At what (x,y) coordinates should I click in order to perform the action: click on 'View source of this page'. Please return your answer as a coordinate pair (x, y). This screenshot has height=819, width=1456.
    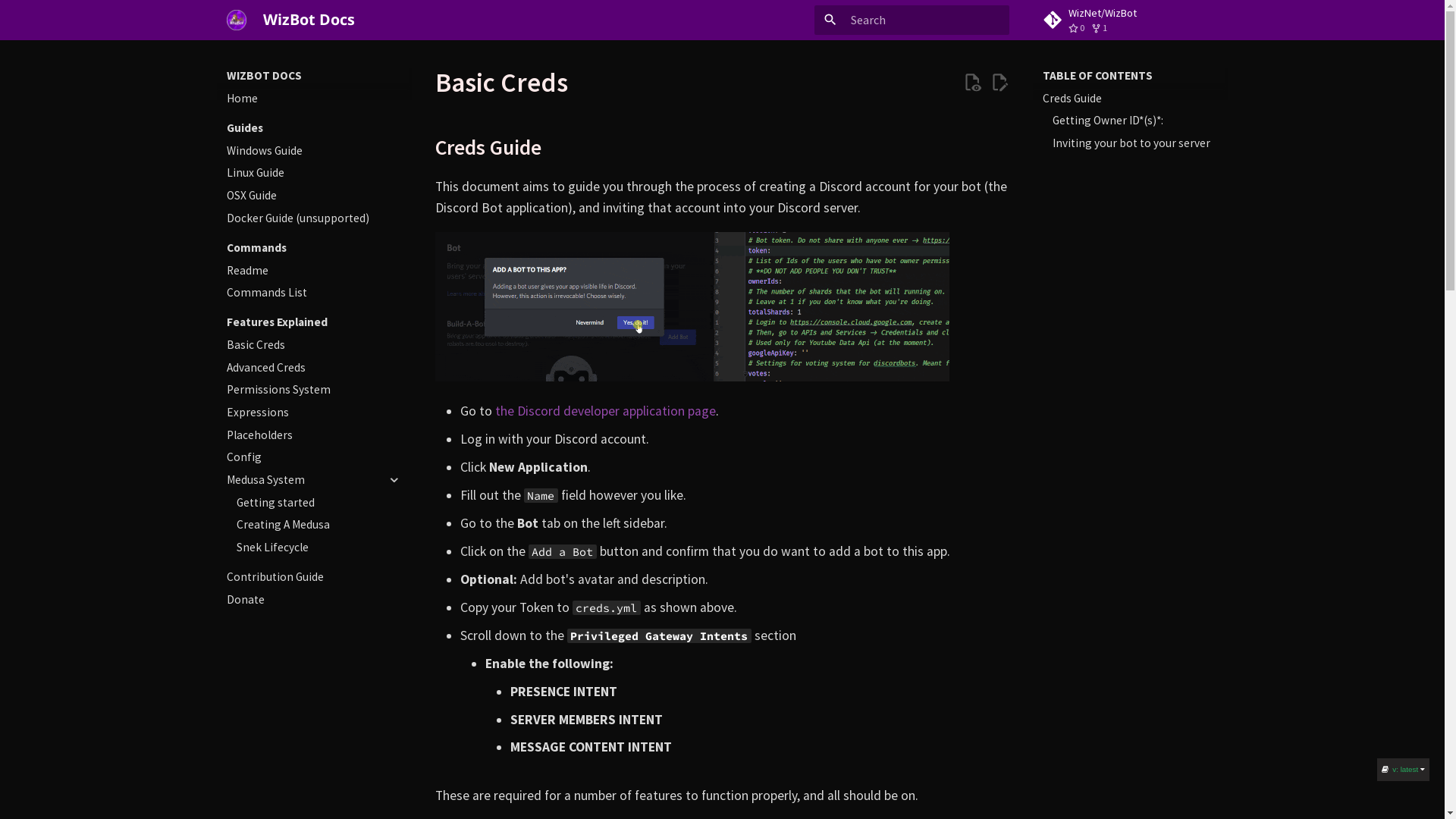
    Looking at the image, I should click on (961, 82).